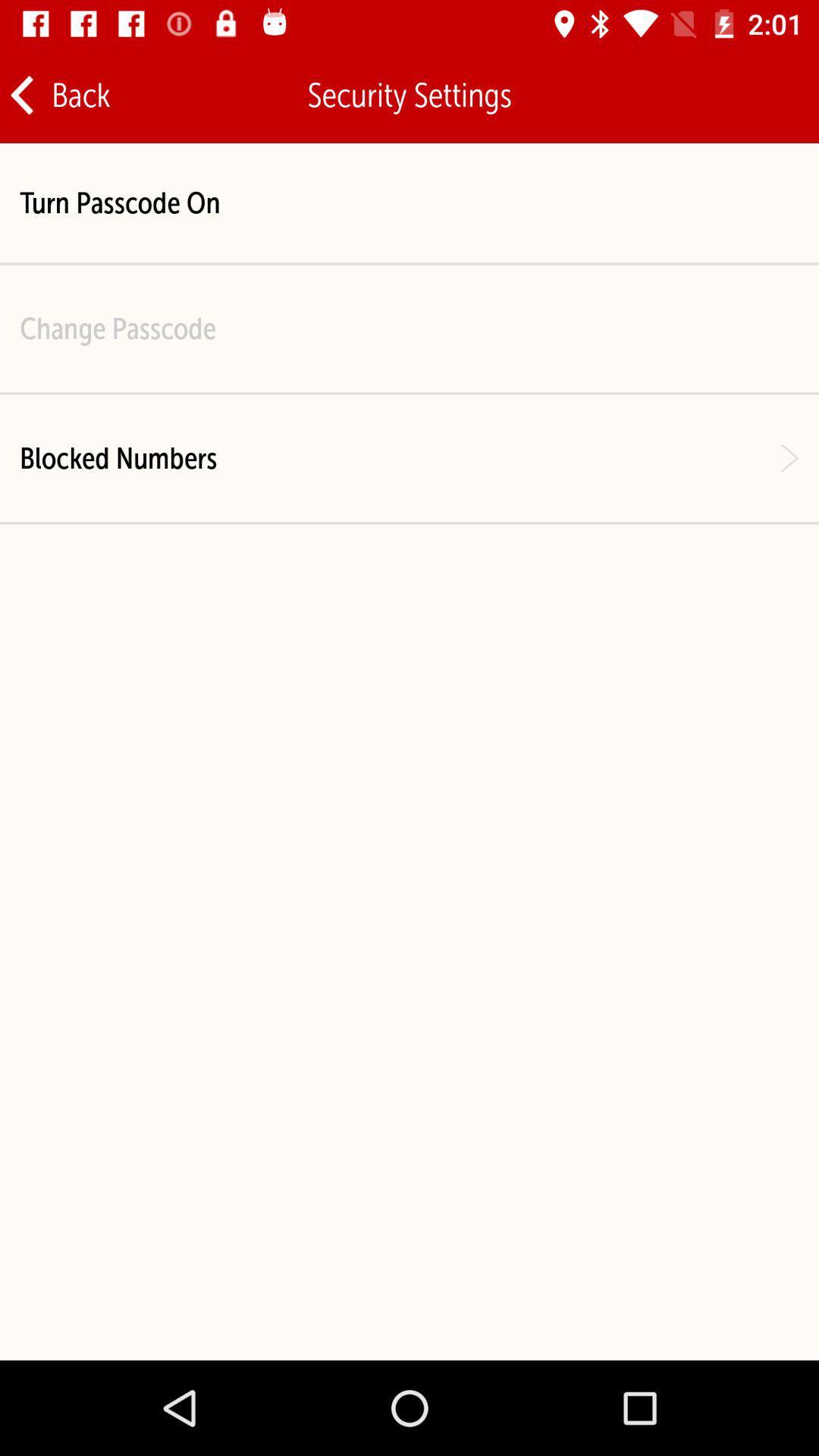 The image size is (819, 1456). What do you see at coordinates (118, 457) in the screenshot?
I see `blocked numbers icon` at bounding box center [118, 457].